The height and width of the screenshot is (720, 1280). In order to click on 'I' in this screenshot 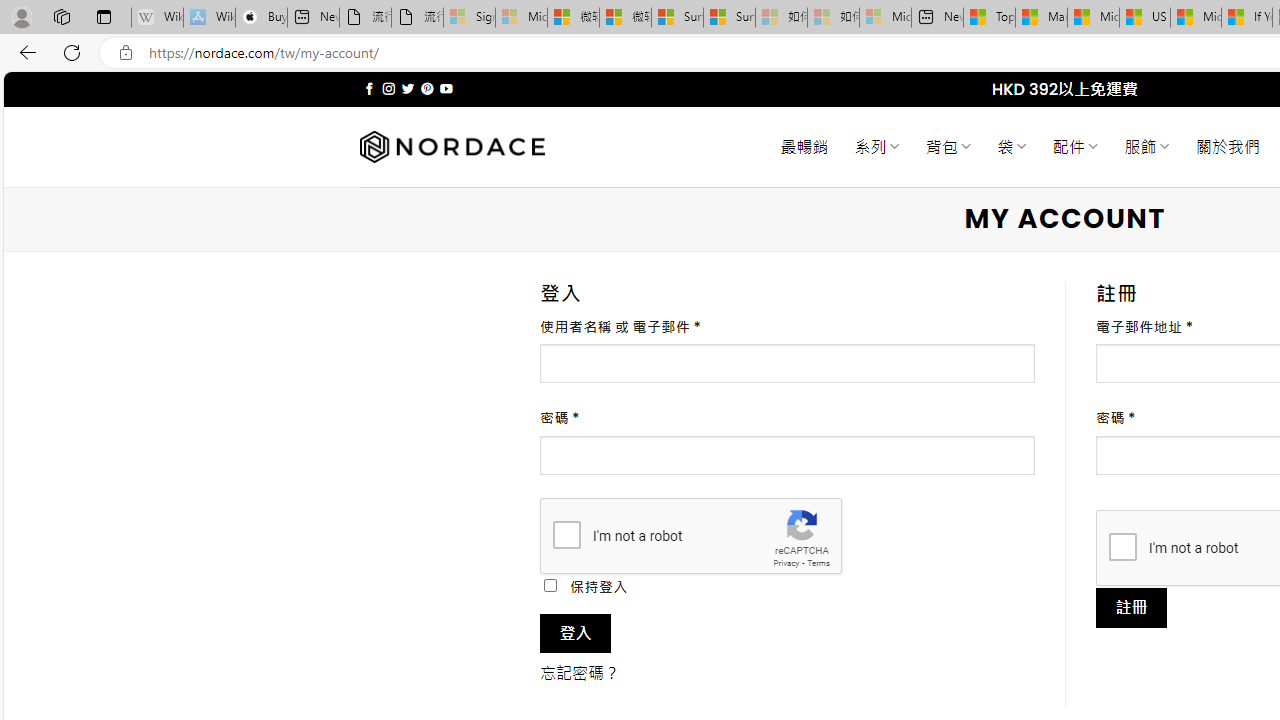, I will do `click(1122, 546)`.